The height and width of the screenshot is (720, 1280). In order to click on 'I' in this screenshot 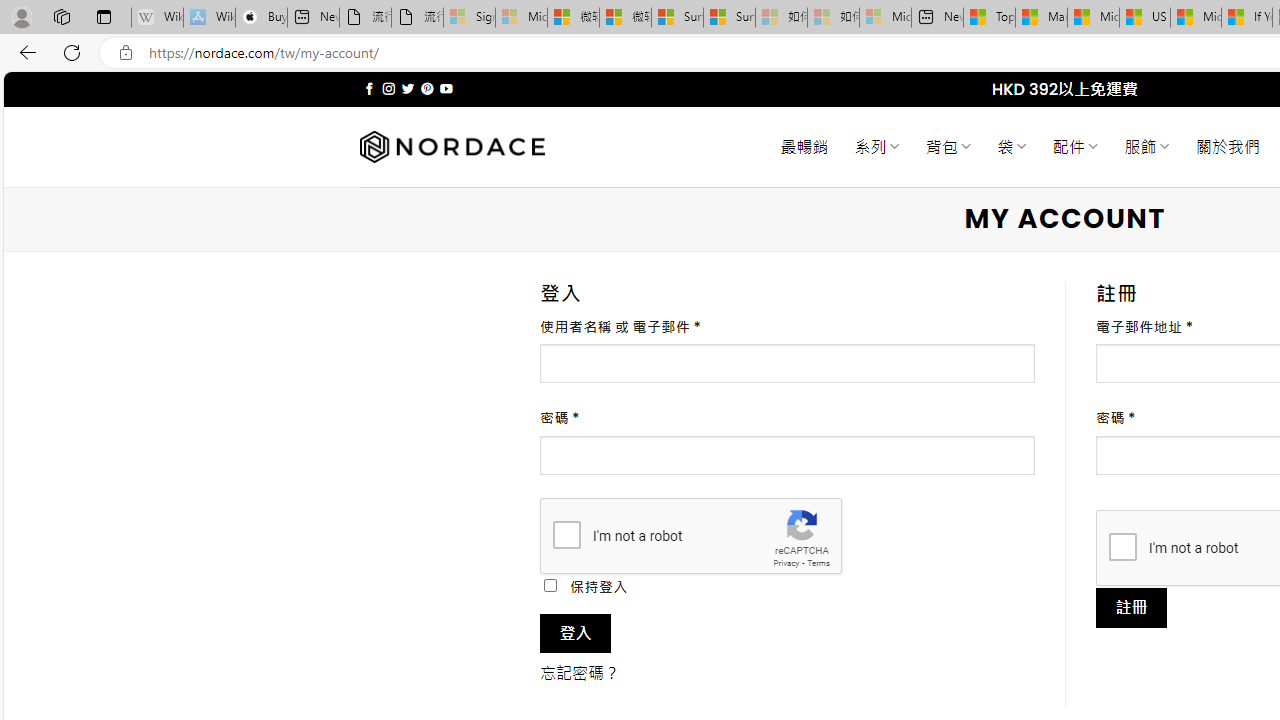, I will do `click(1122, 546)`.